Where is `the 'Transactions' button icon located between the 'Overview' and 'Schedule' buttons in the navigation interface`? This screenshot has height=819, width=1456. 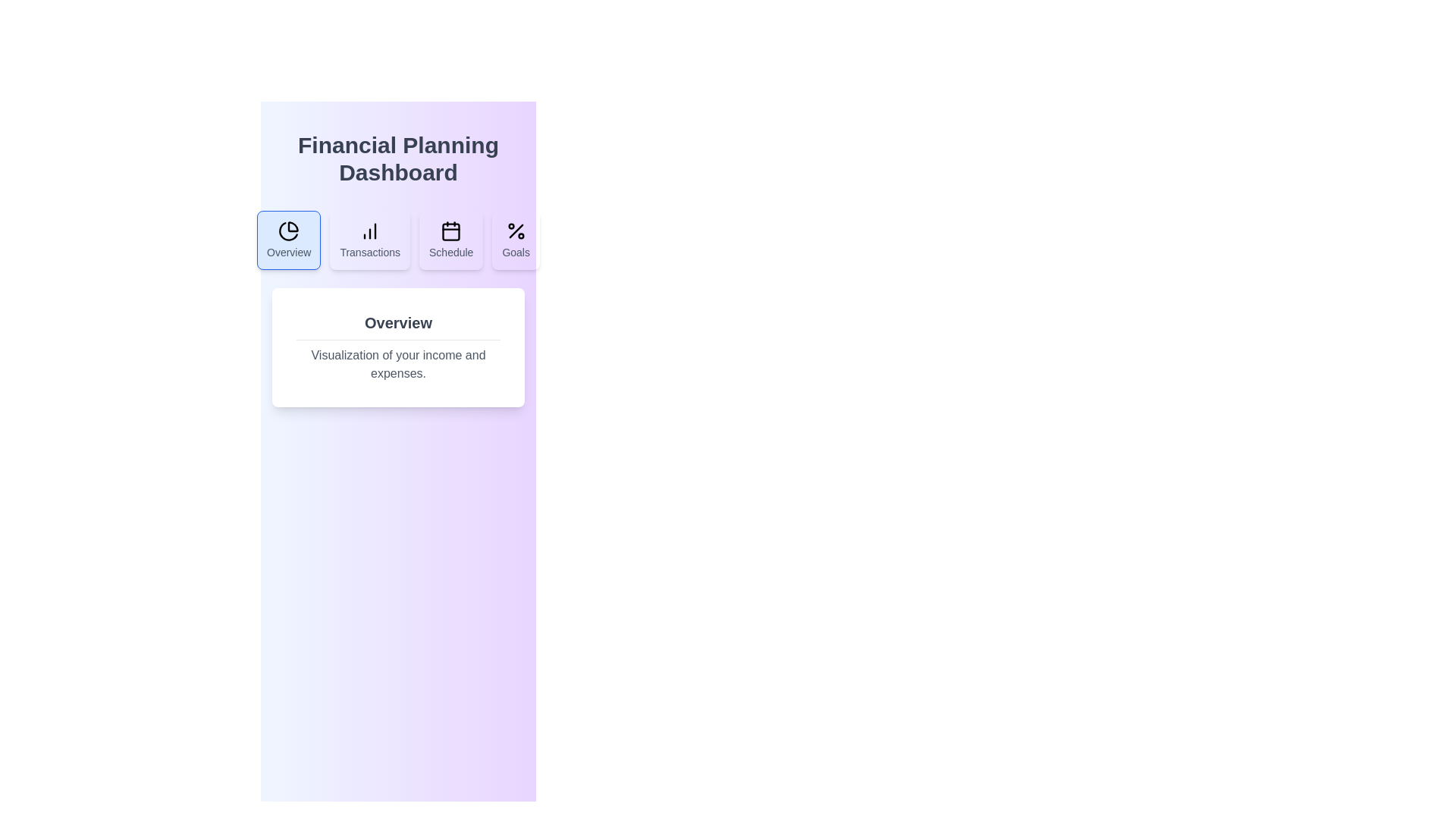 the 'Transactions' button icon located between the 'Overview' and 'Schedule' buttons in the navigation interface is located at coordinates (370, 231).